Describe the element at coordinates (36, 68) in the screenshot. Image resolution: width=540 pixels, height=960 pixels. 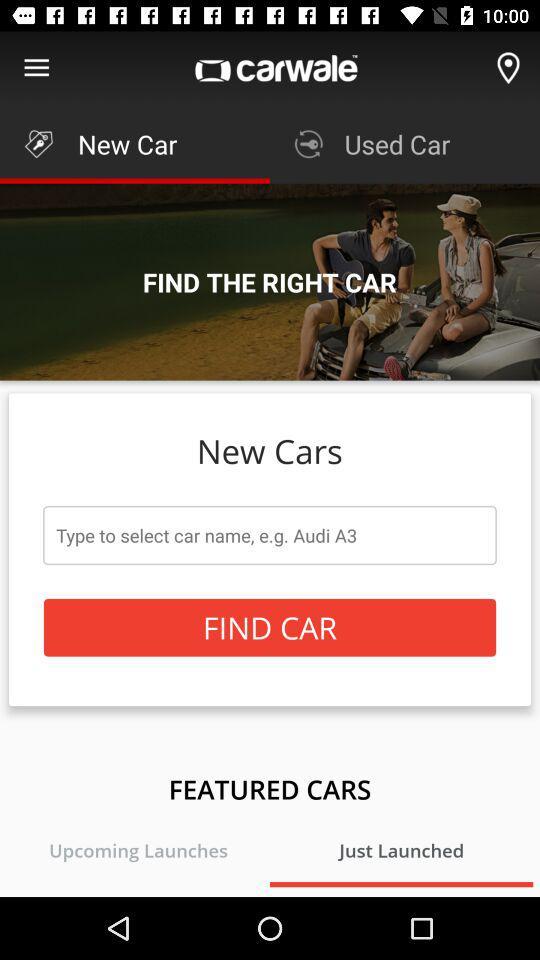
I see `main menu button` at that location.